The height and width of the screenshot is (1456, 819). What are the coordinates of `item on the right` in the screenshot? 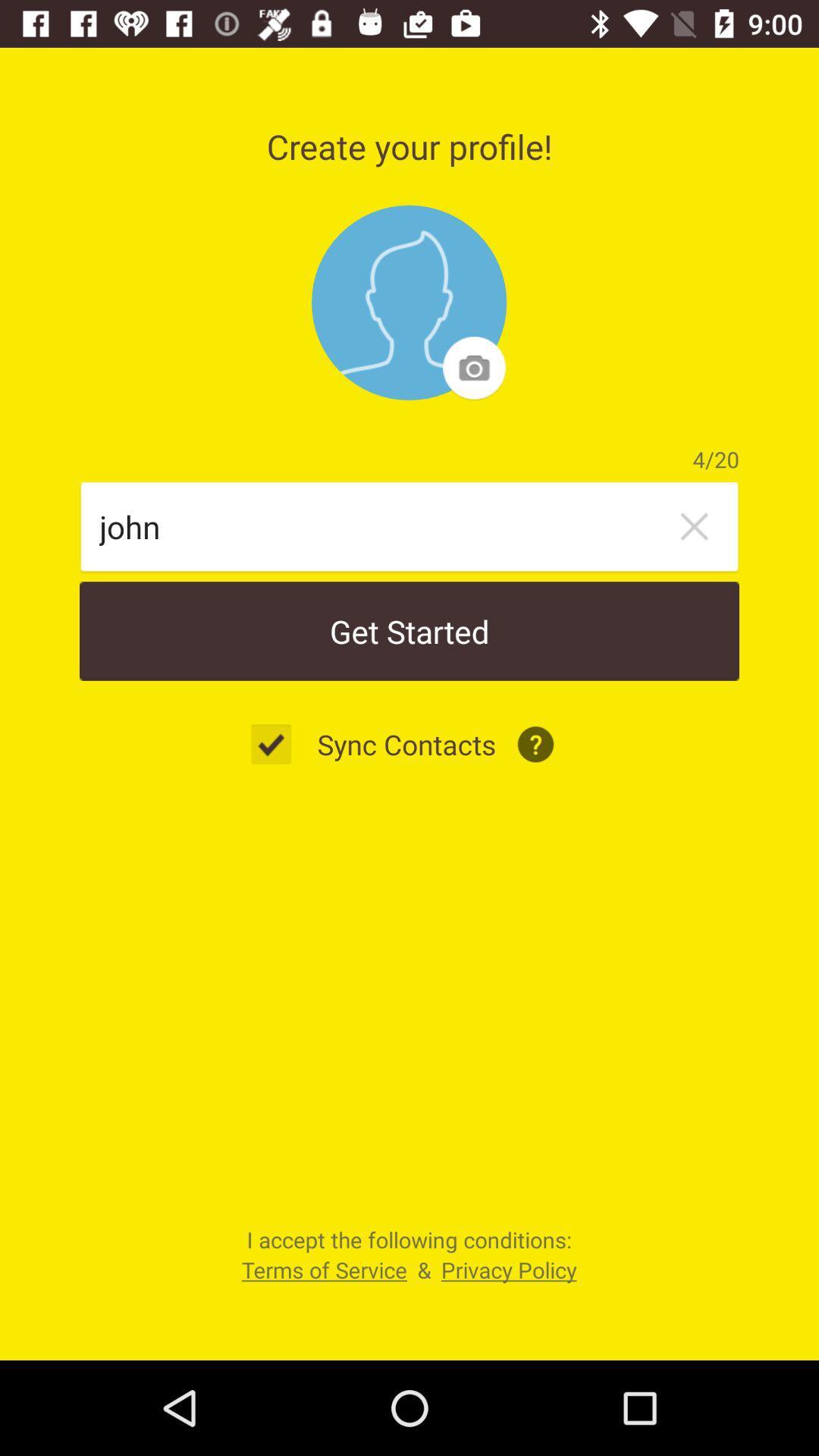 It's located at (694, 526).